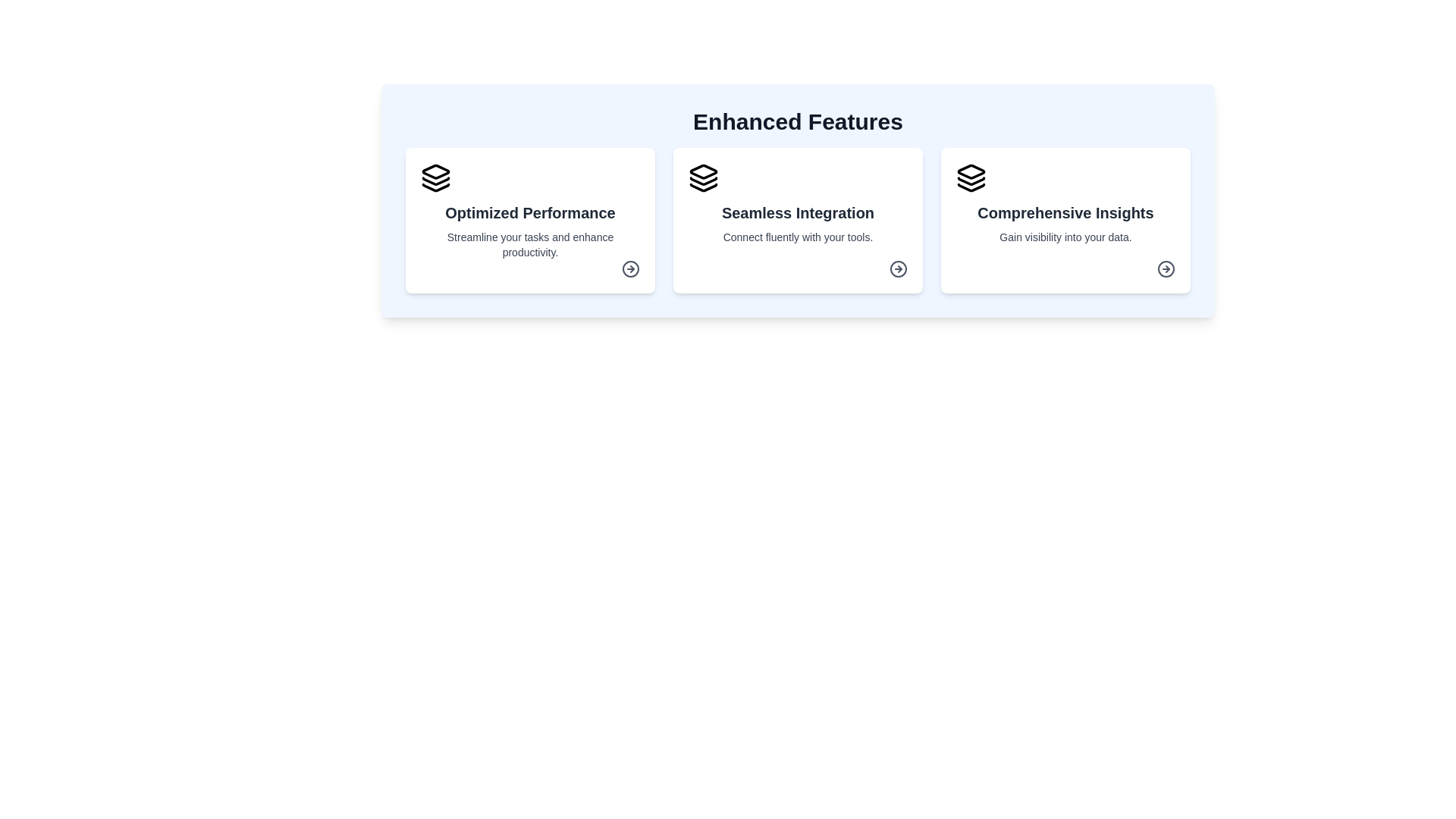 The image size is (1456, 819). I want to click on the 'Optimized Performance' text label, which is styled as a bold heading in dark gray against a white background, located within the leftmost box under 'Enhanced Features.', so click(530, 213).